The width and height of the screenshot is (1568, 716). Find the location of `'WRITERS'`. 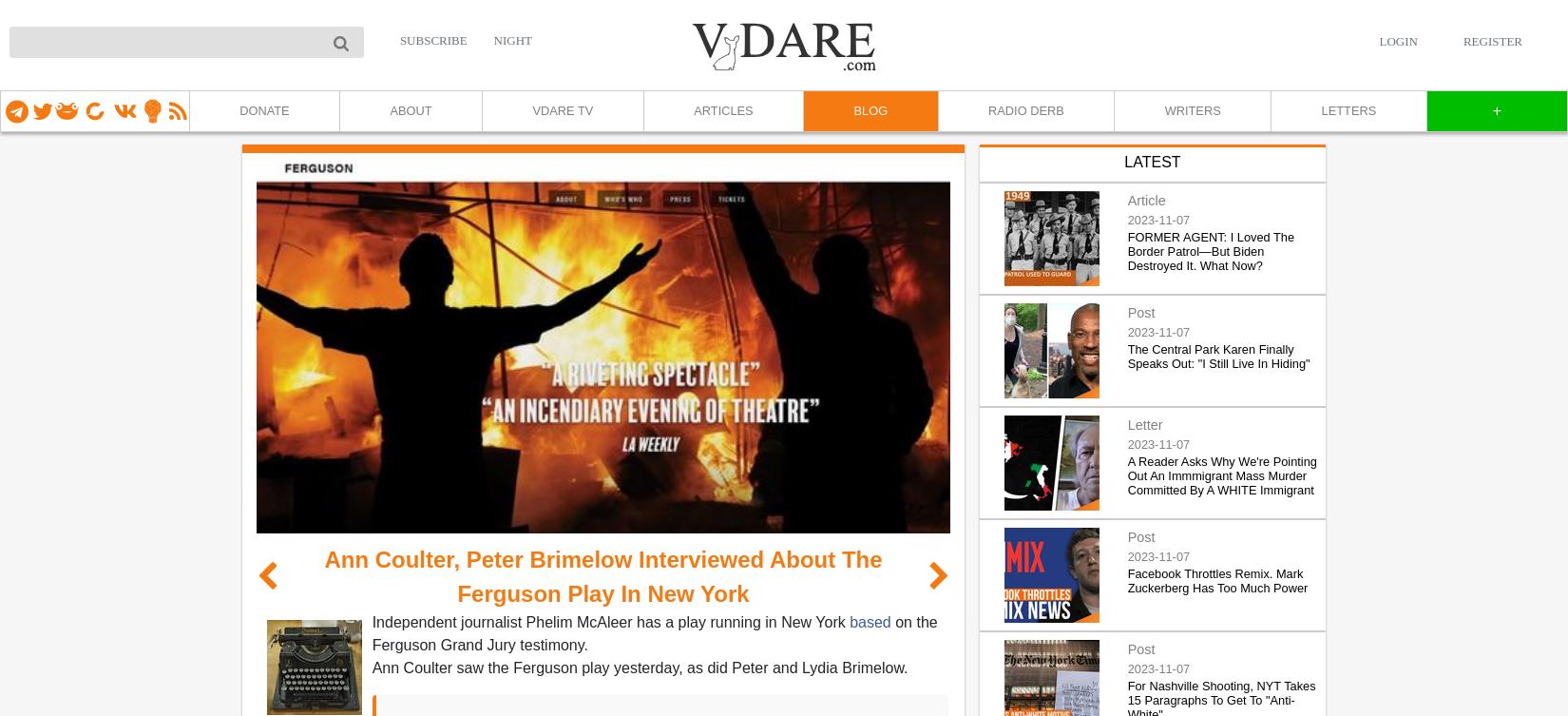

'WRITERS' is located at coordinates (1191, 110).